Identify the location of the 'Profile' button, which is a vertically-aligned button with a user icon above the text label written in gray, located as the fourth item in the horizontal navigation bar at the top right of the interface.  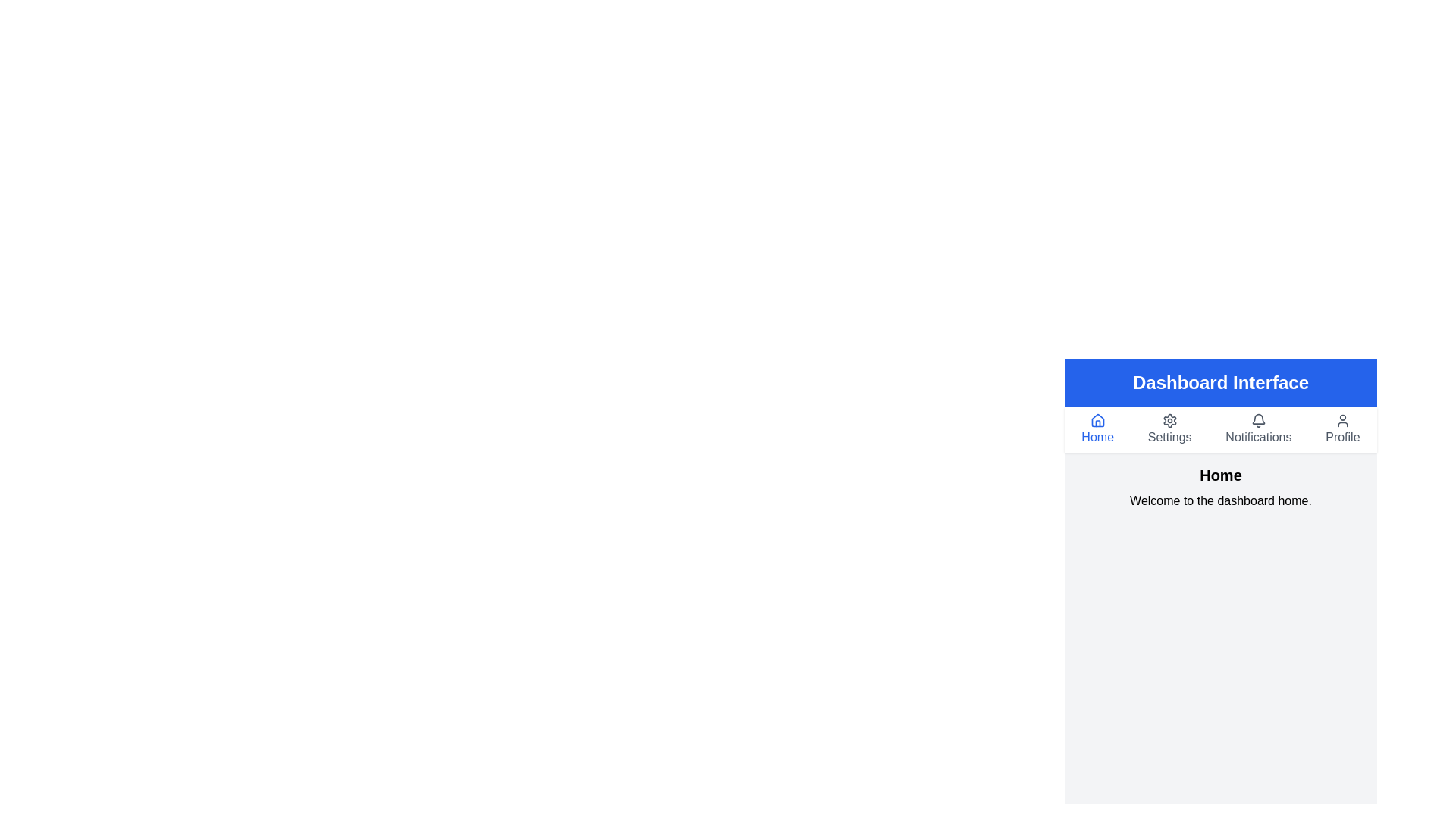
(1342, 430).